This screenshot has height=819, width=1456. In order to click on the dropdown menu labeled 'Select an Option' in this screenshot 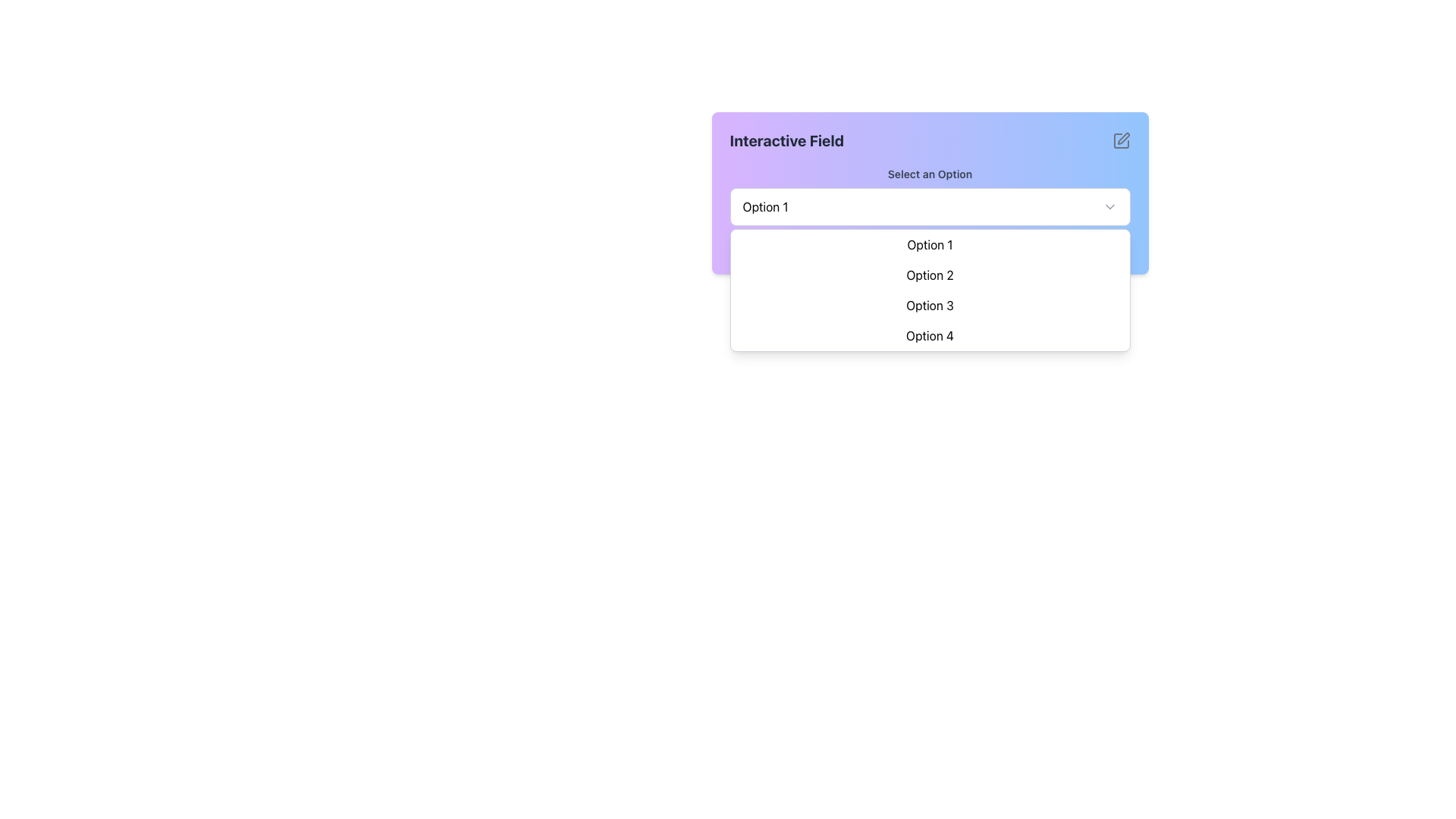, I will do `click(929, 195)`.